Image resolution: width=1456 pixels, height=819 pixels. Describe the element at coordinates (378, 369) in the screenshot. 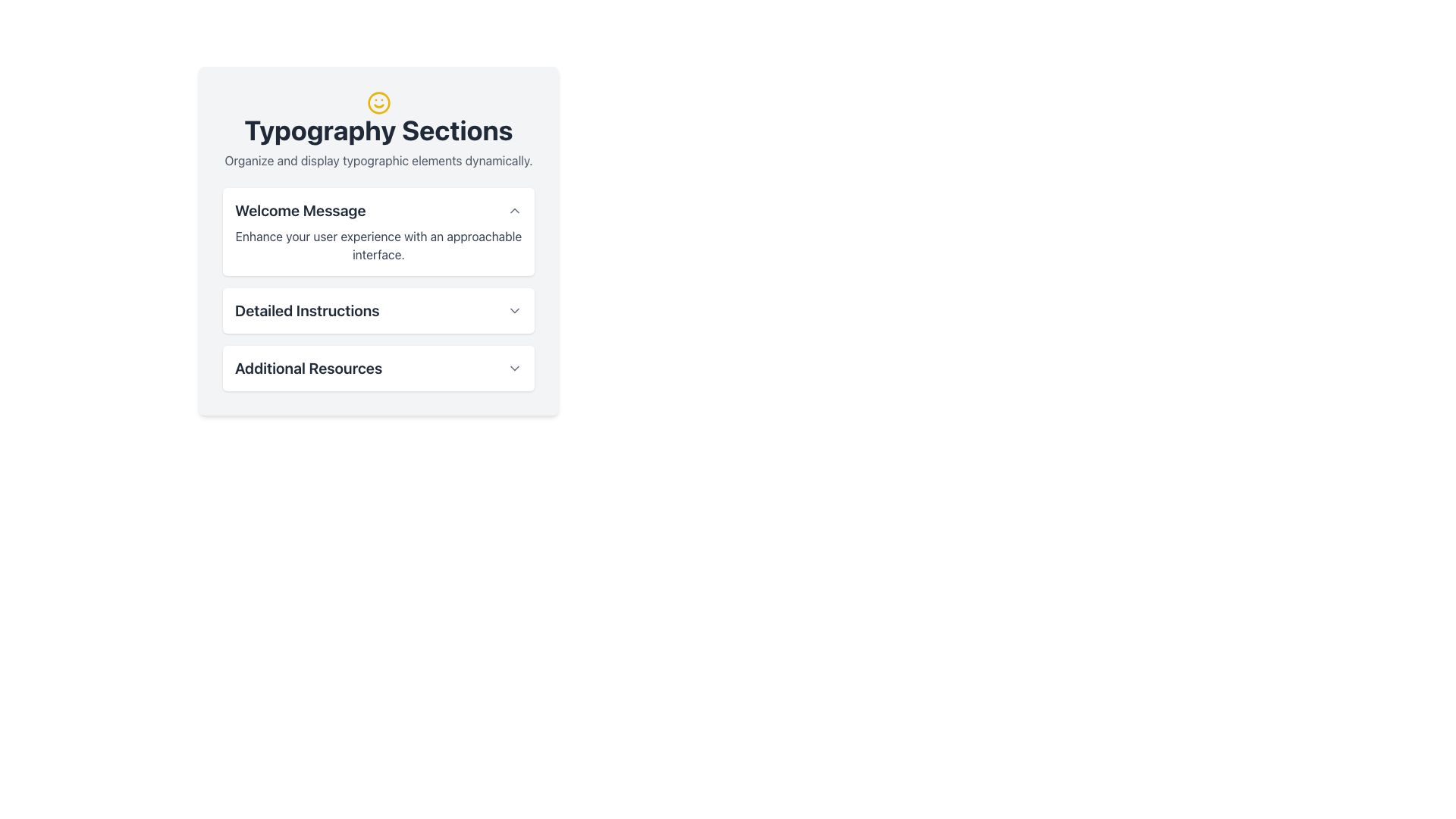

I see `the 'Additional Resources' label with the dropdown trigger` at that location.